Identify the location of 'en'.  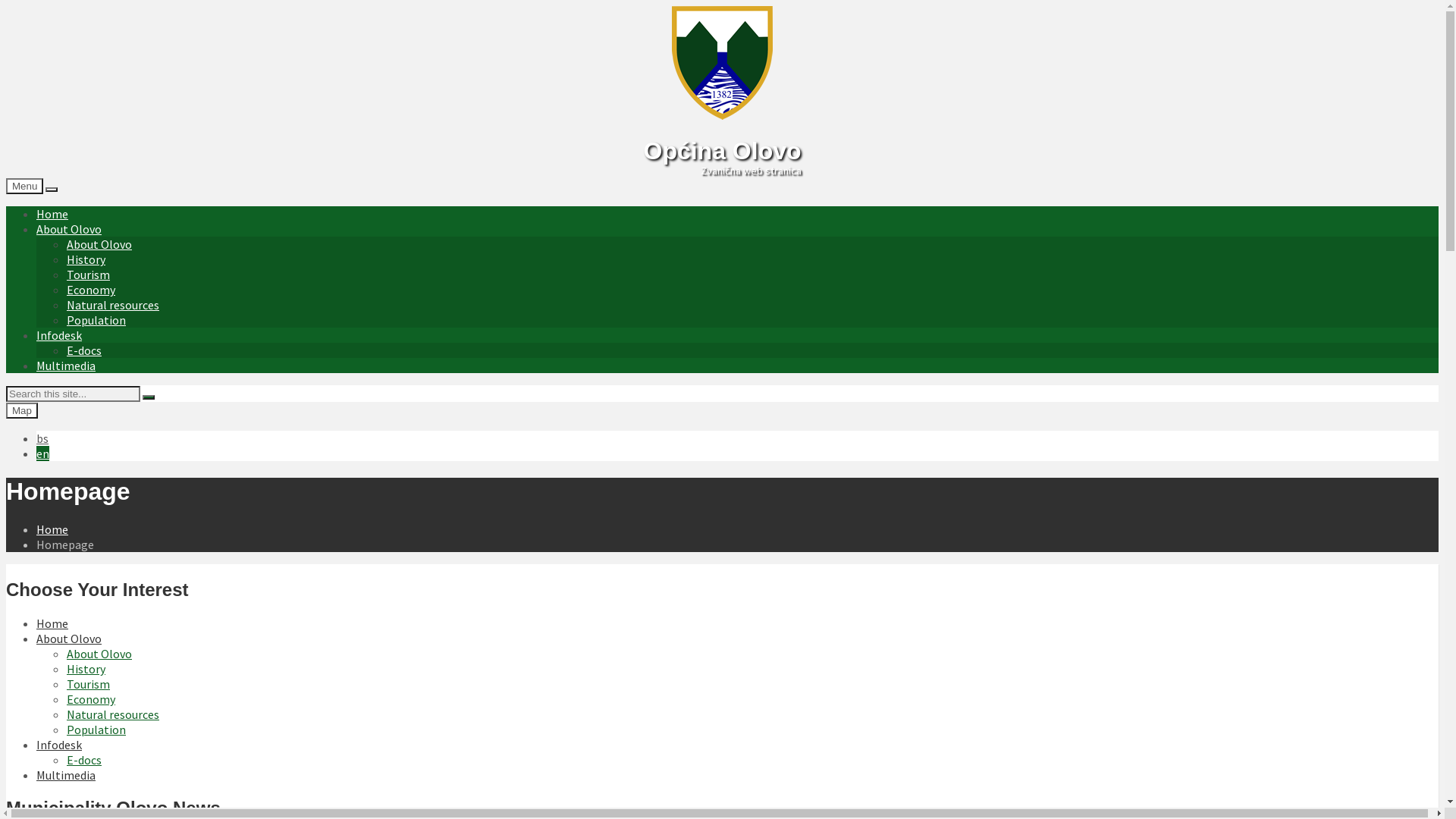
(42, 452).